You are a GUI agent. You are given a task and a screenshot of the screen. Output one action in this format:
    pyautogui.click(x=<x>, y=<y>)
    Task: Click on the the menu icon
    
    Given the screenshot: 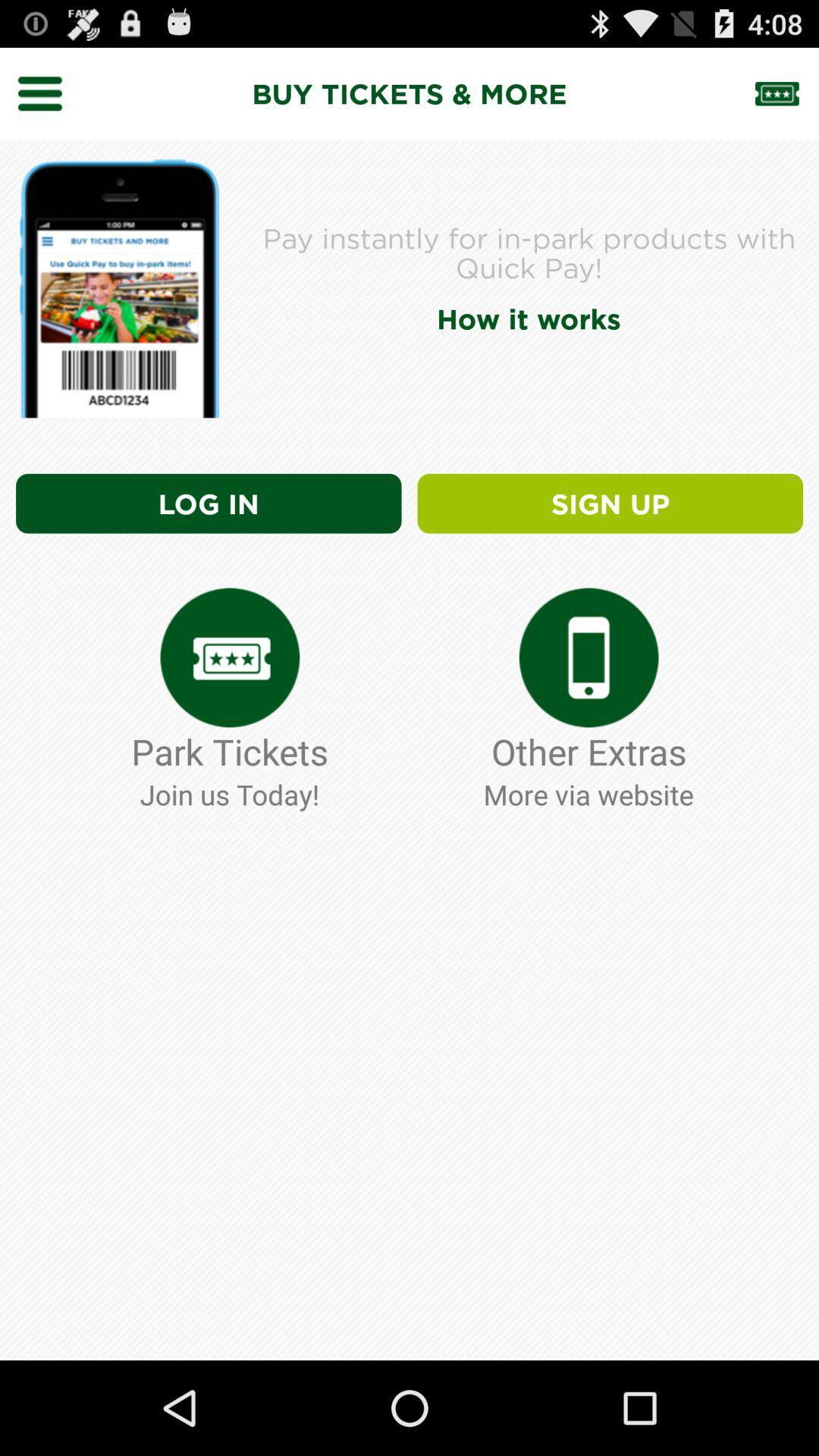 What is the action you would take?
    pyautogui.click(x=49, y=99)
    